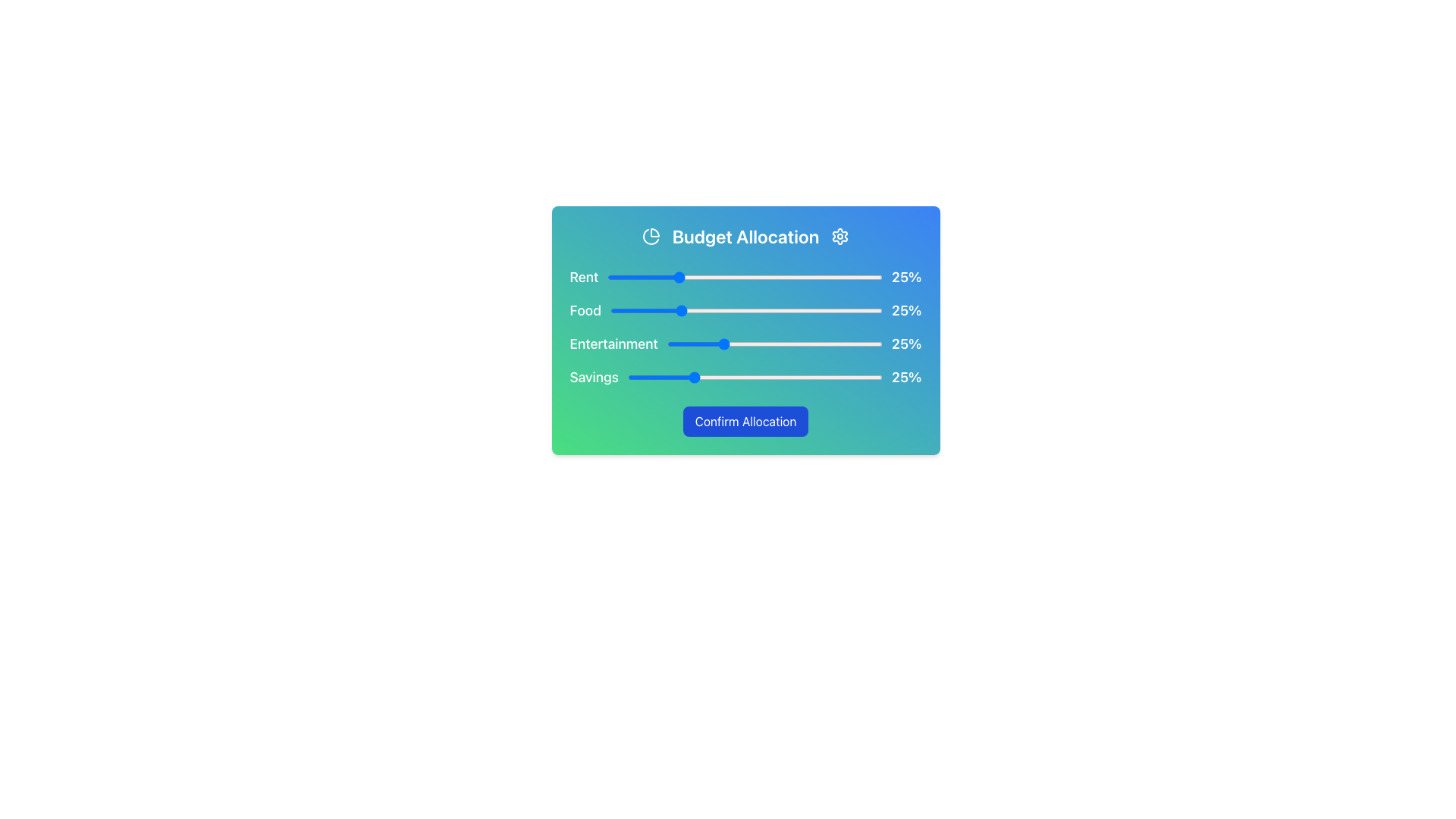  I want to click on the slider value, so click(758, 278).